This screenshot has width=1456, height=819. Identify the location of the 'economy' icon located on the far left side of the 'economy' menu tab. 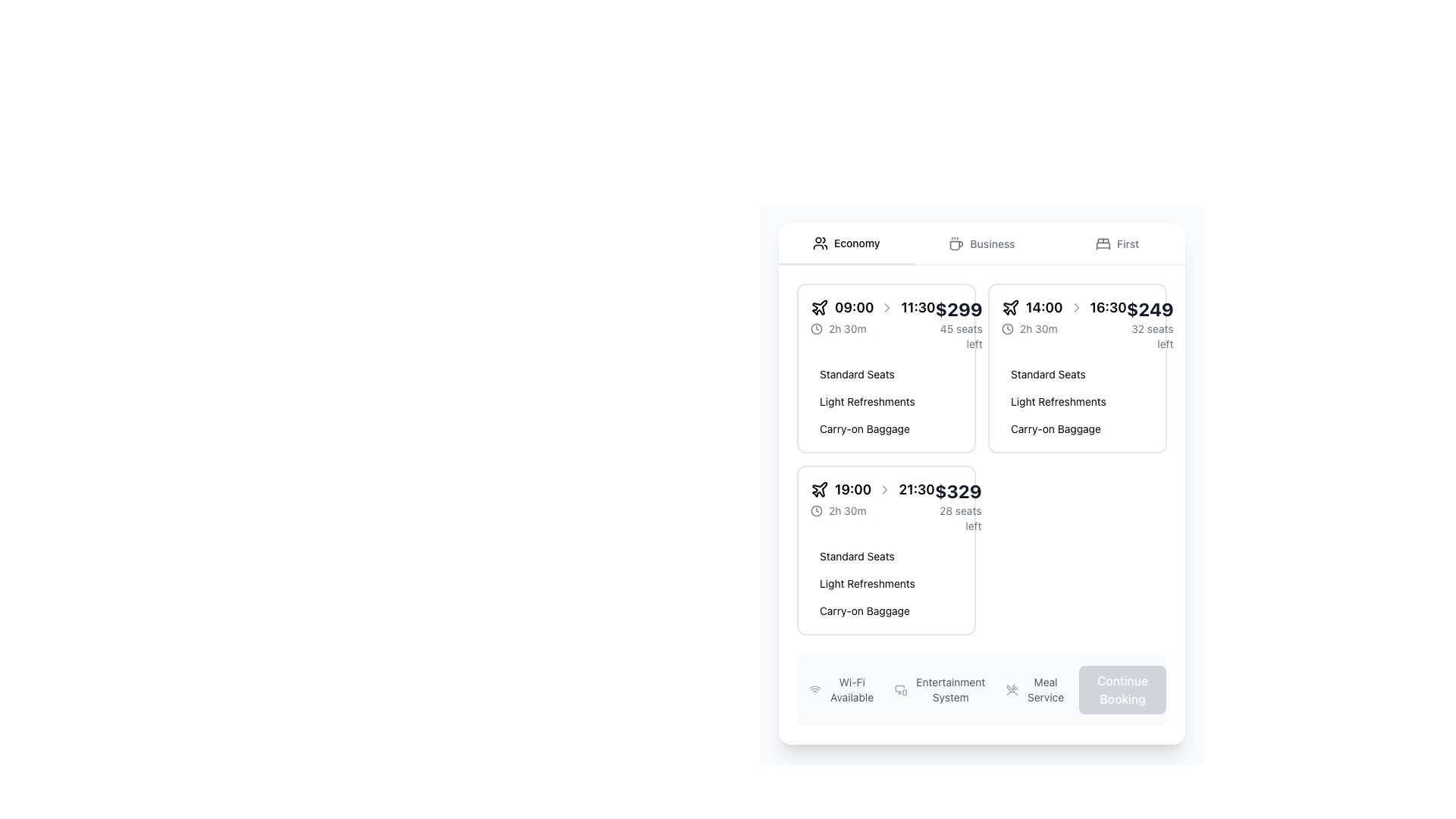
(820, 242).